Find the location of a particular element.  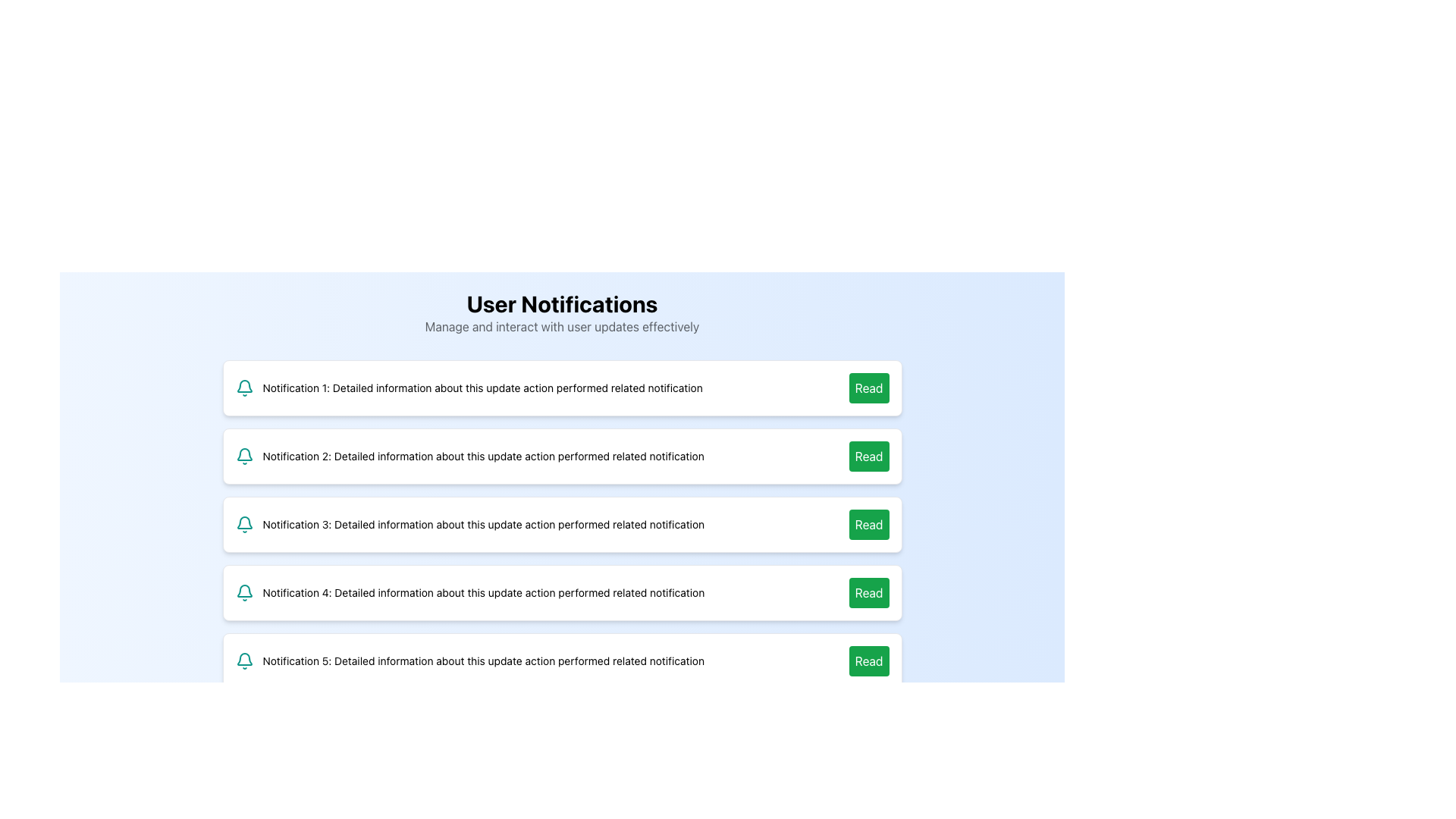

the teal bell-shaped icon located at the beginning of the notification row for 'Notification 3: Detailed information about this update action performed related notification' is located at coordinates (244, 523).